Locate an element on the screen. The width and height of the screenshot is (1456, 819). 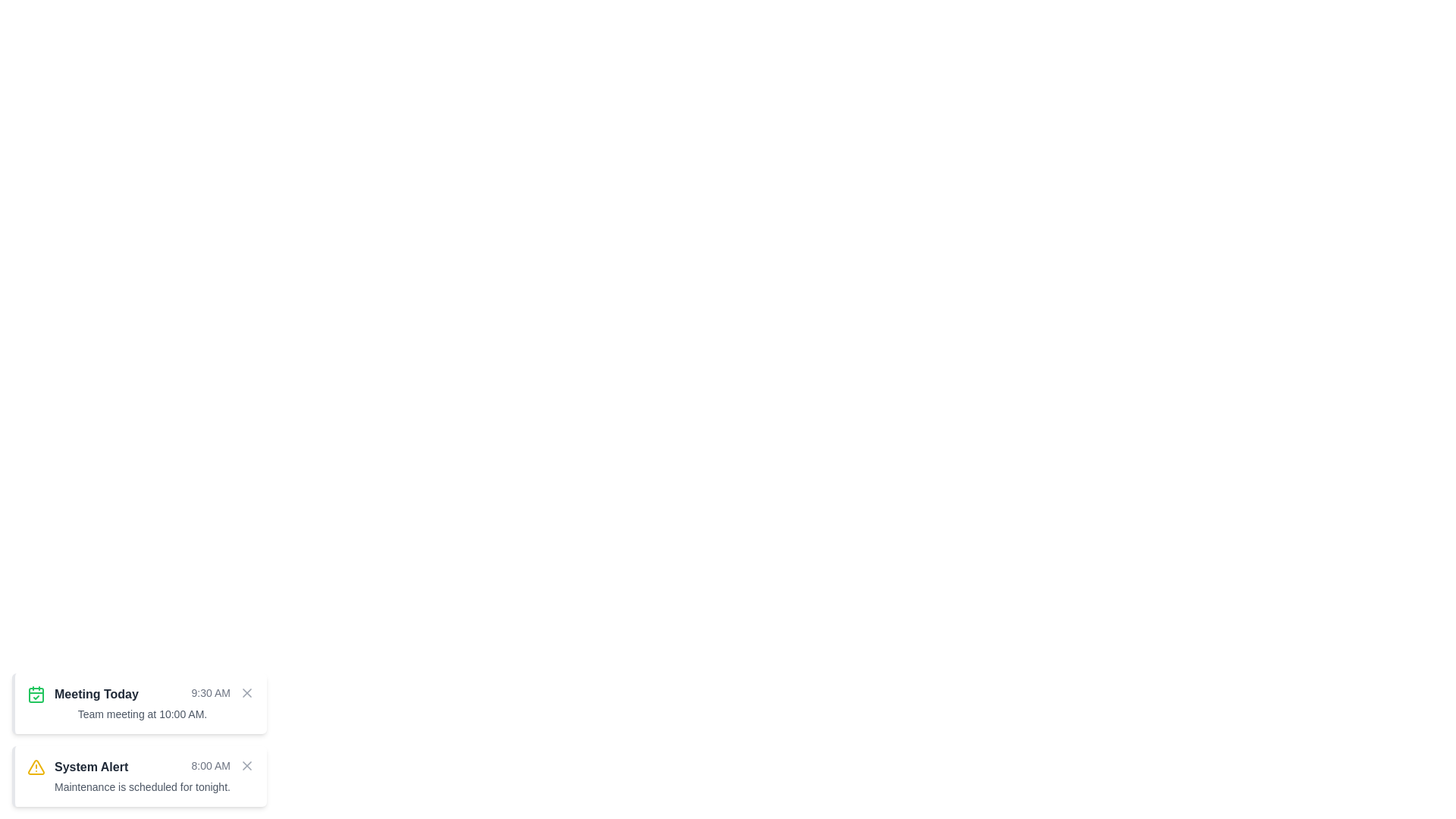
information presented in the Information Card that displays a system notification about scheduled maintenance tonight at 8:00 AM is located at coordinates (142, 776).